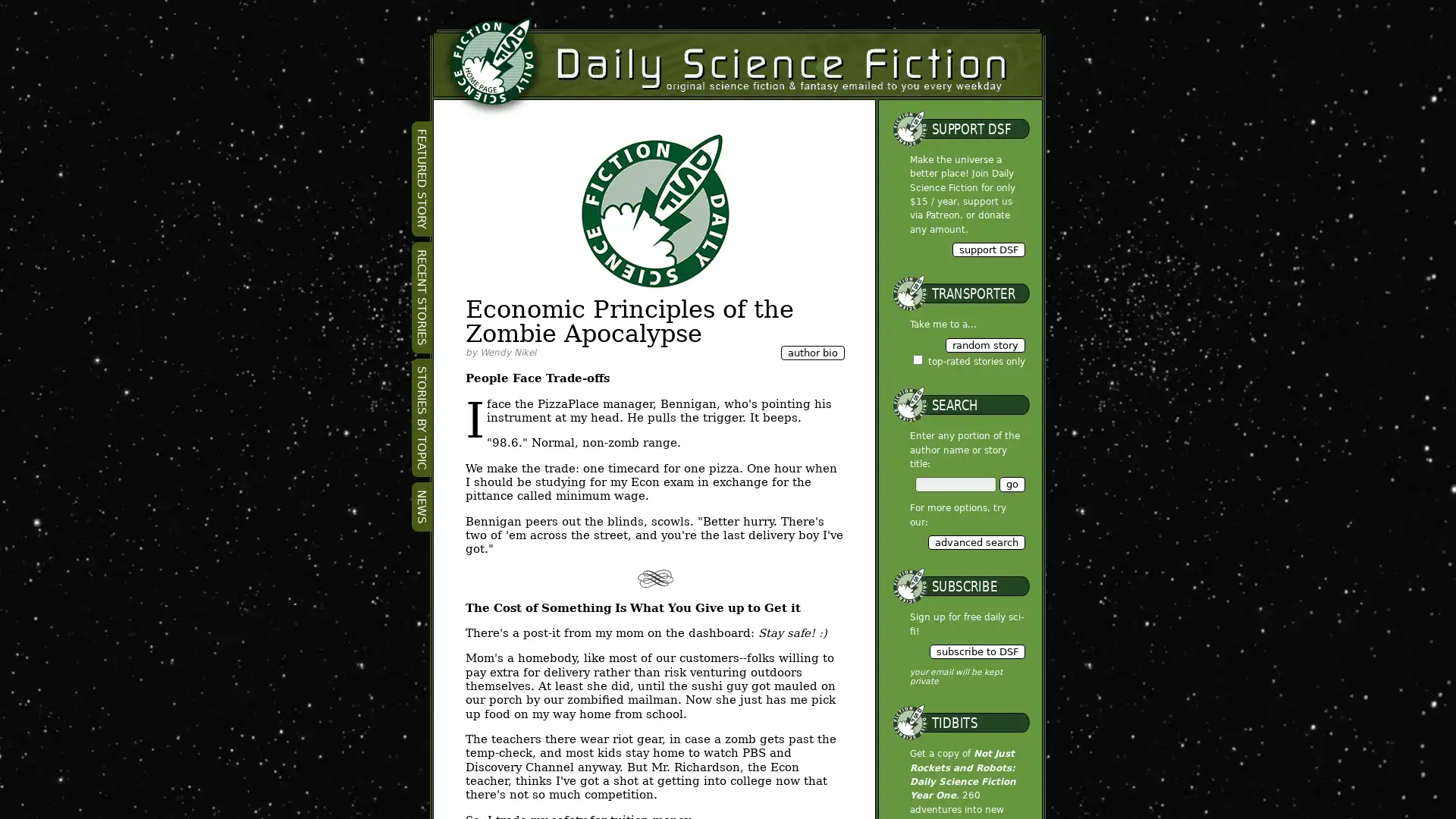 This screenshot has height=819, width=1456. Describe the element at coordinates (975, 541) in the screenshot. I see `advanced search` at that location.